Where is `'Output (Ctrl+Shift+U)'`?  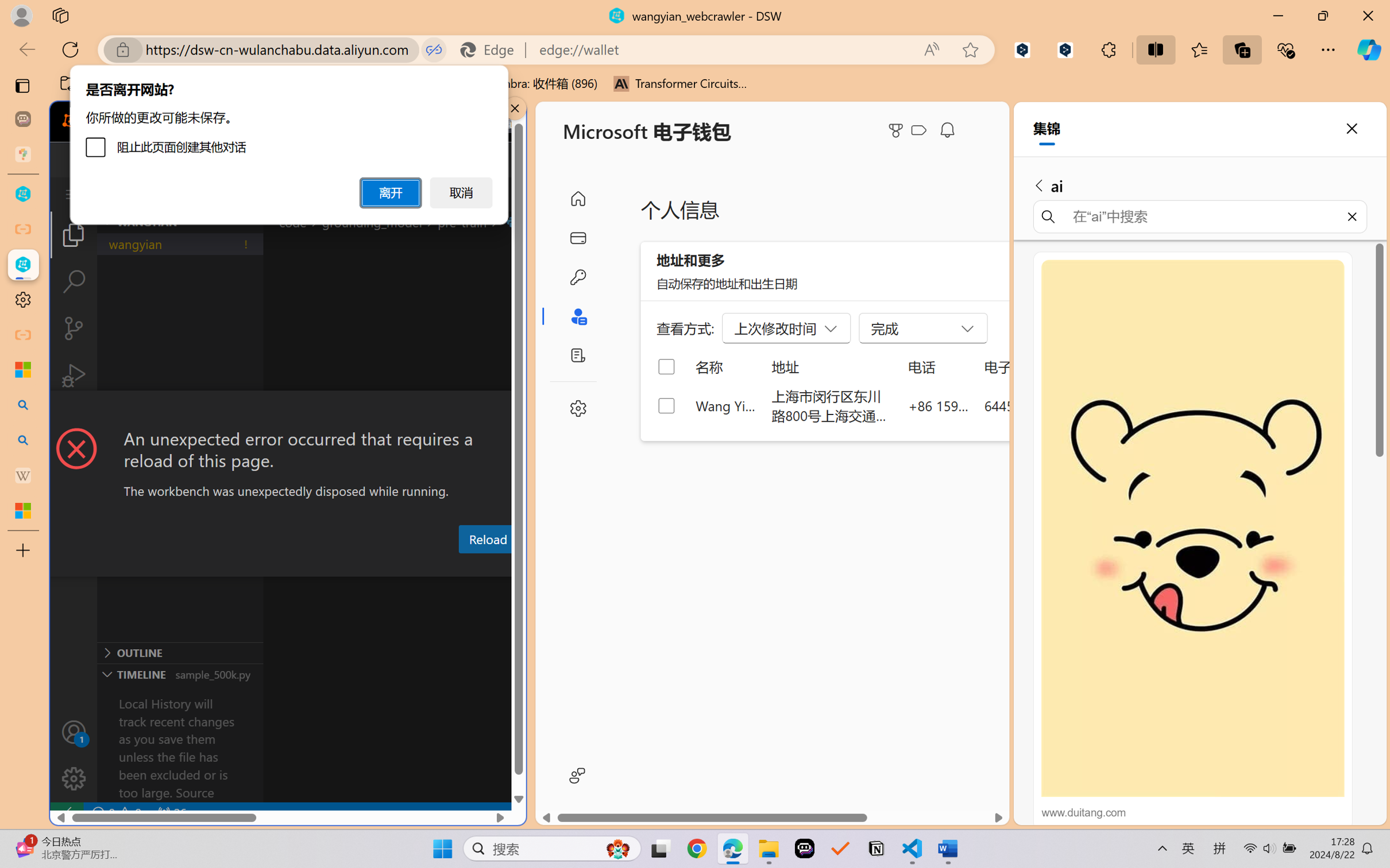
'Output (Ctrl+Shift+U)' is located at coordinates (377, 566).